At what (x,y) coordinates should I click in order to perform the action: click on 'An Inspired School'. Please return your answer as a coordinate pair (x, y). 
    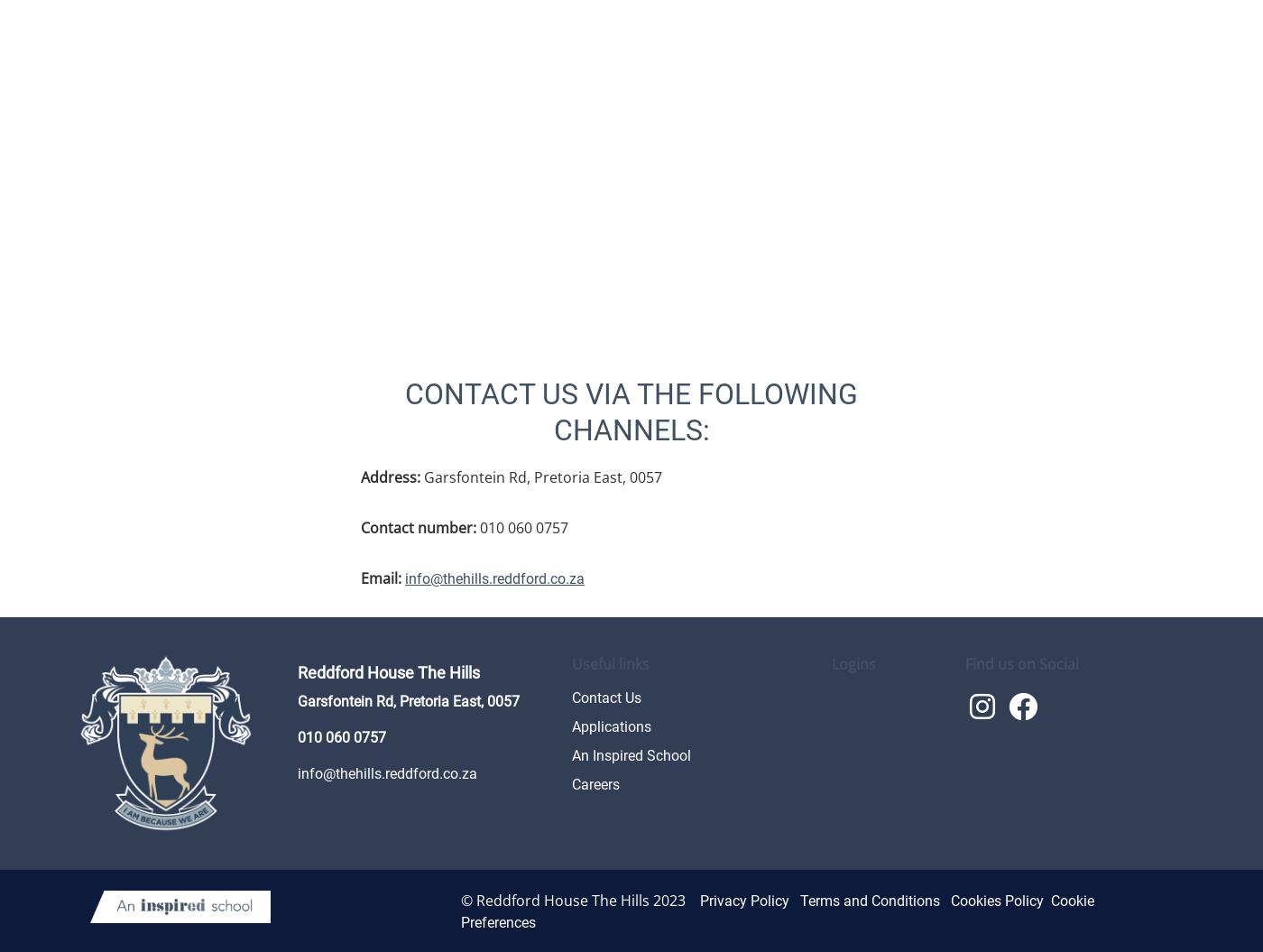
    Looking at the image, I should click on (631, 754).